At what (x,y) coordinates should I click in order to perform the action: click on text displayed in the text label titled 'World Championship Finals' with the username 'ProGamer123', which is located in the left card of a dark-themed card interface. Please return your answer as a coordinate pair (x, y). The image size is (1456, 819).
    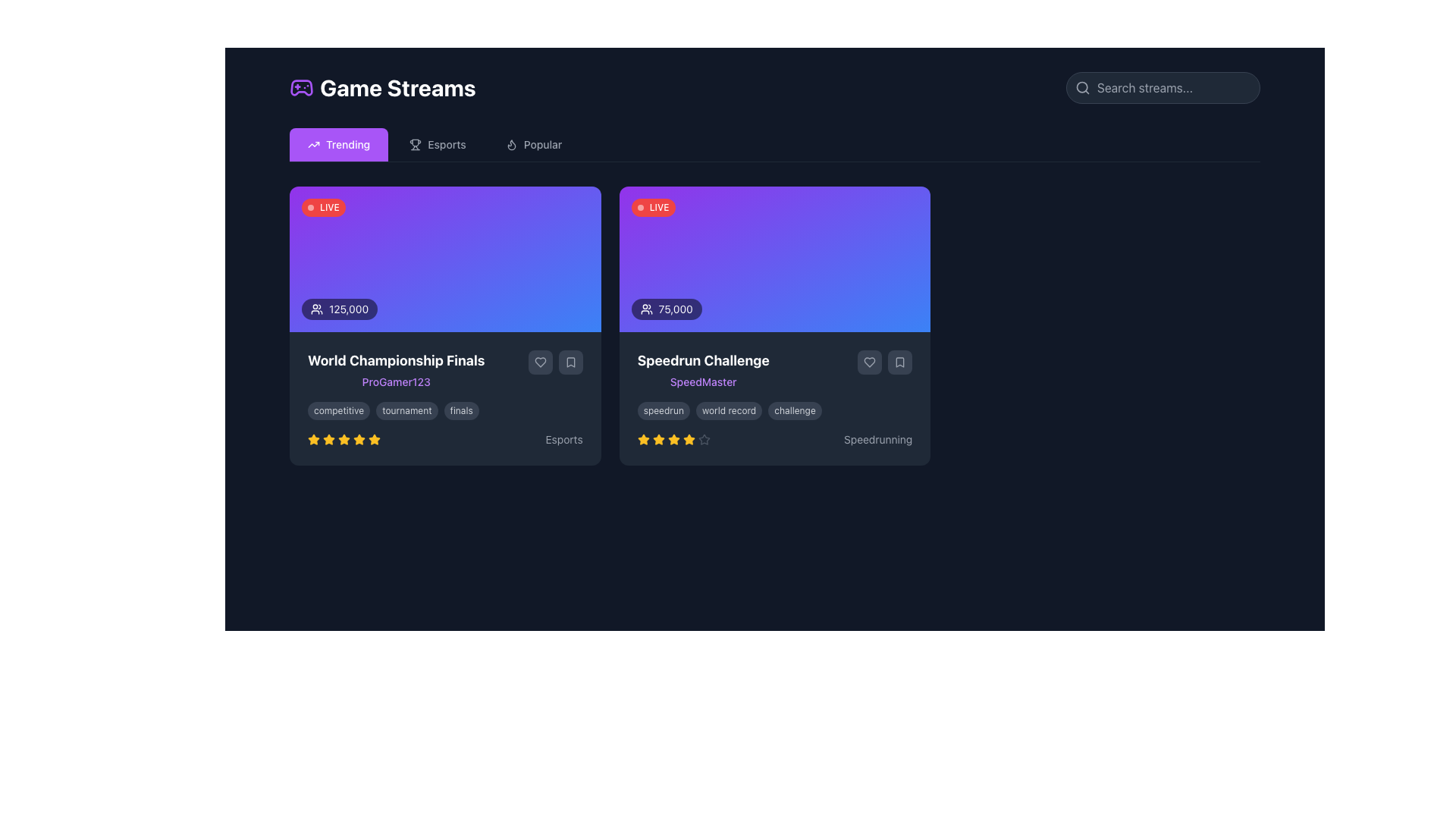
    Looking at the image, I should click on (444, 370).